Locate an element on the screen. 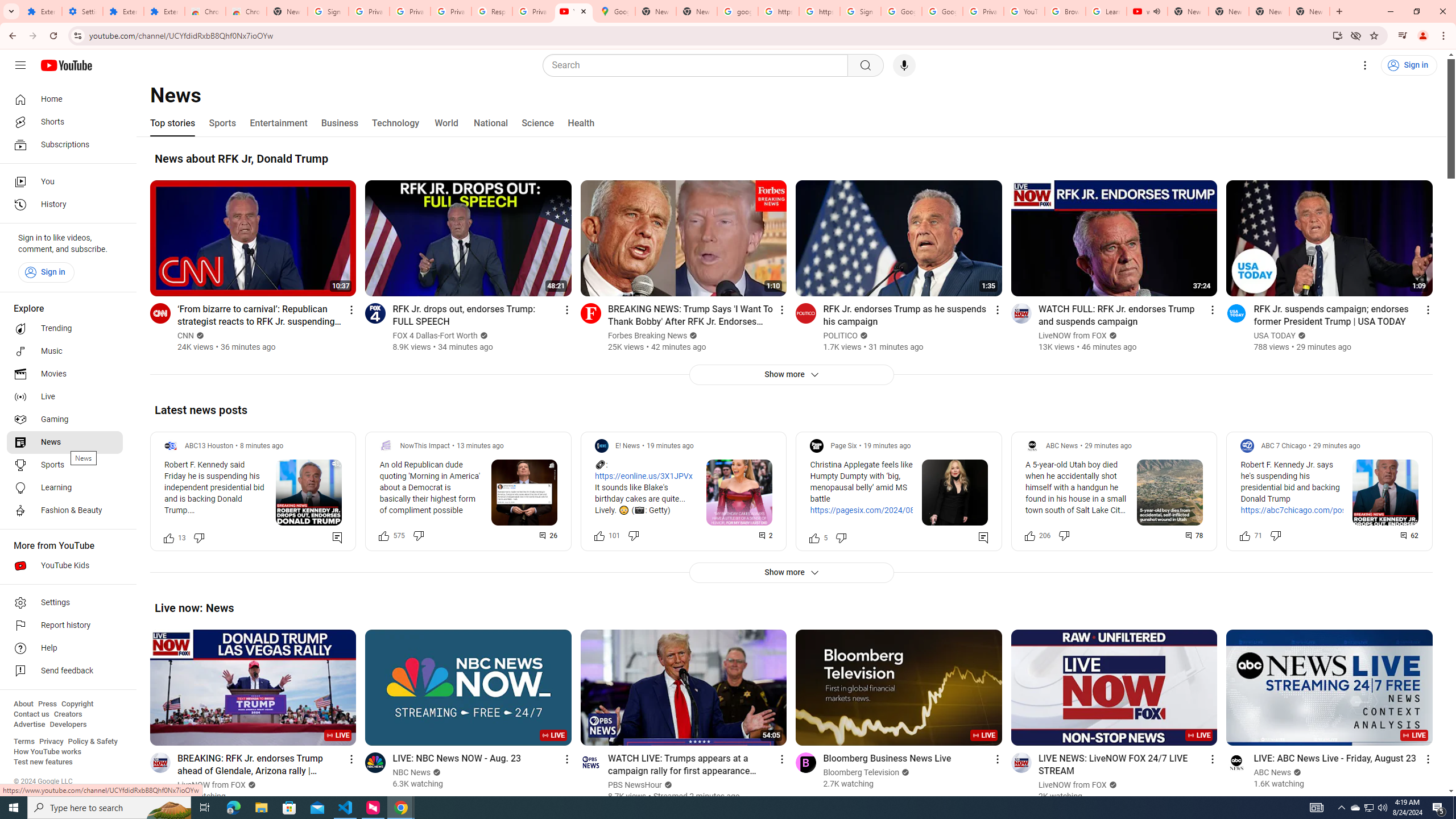  'About' is located at coordinates (23, 704).